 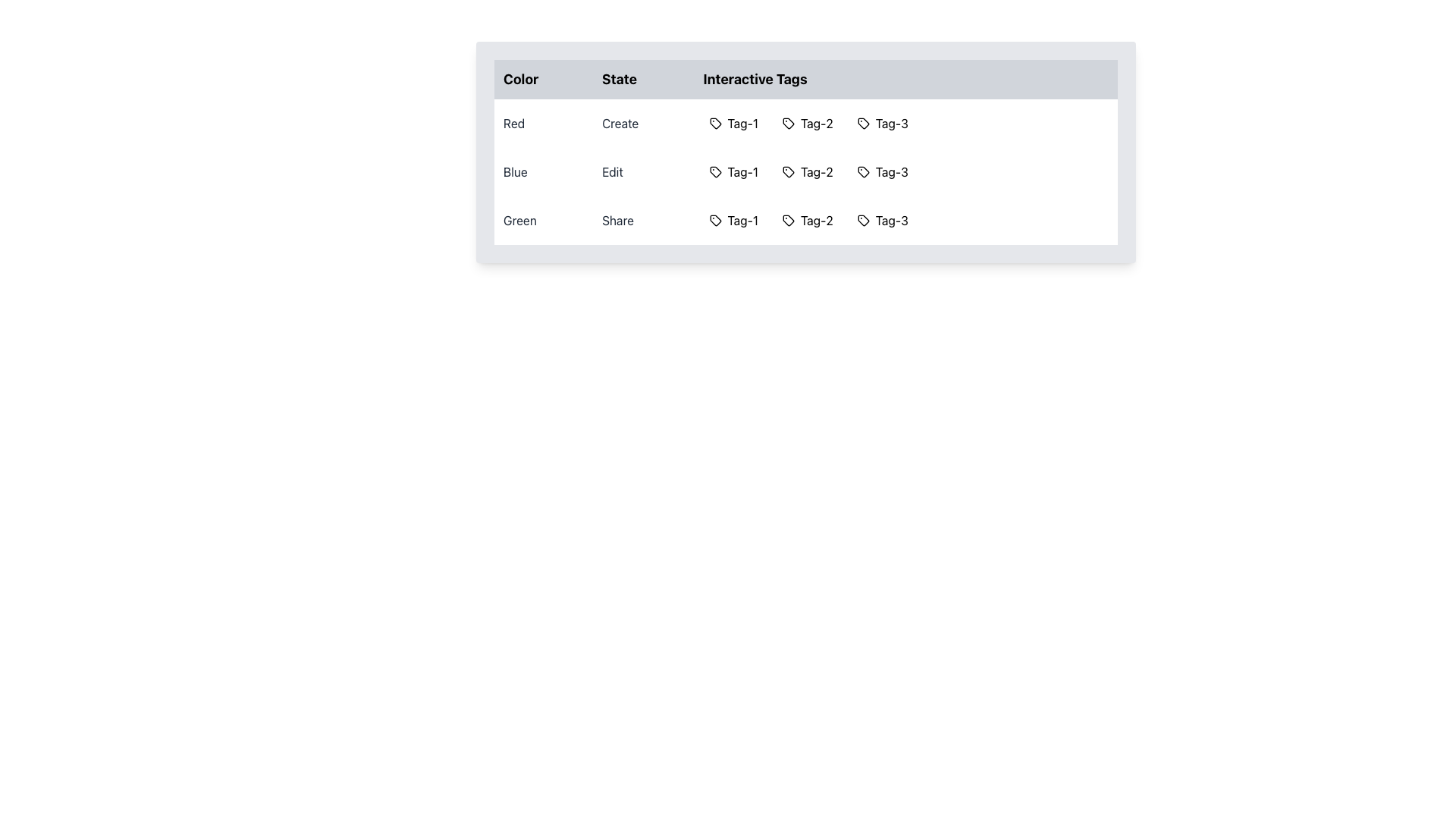 I want to click on the SVG Icon representing the 'Tag-2' label for the 'Red' tag in the 'Interactive Tags' column, so click(x=789, y=122).